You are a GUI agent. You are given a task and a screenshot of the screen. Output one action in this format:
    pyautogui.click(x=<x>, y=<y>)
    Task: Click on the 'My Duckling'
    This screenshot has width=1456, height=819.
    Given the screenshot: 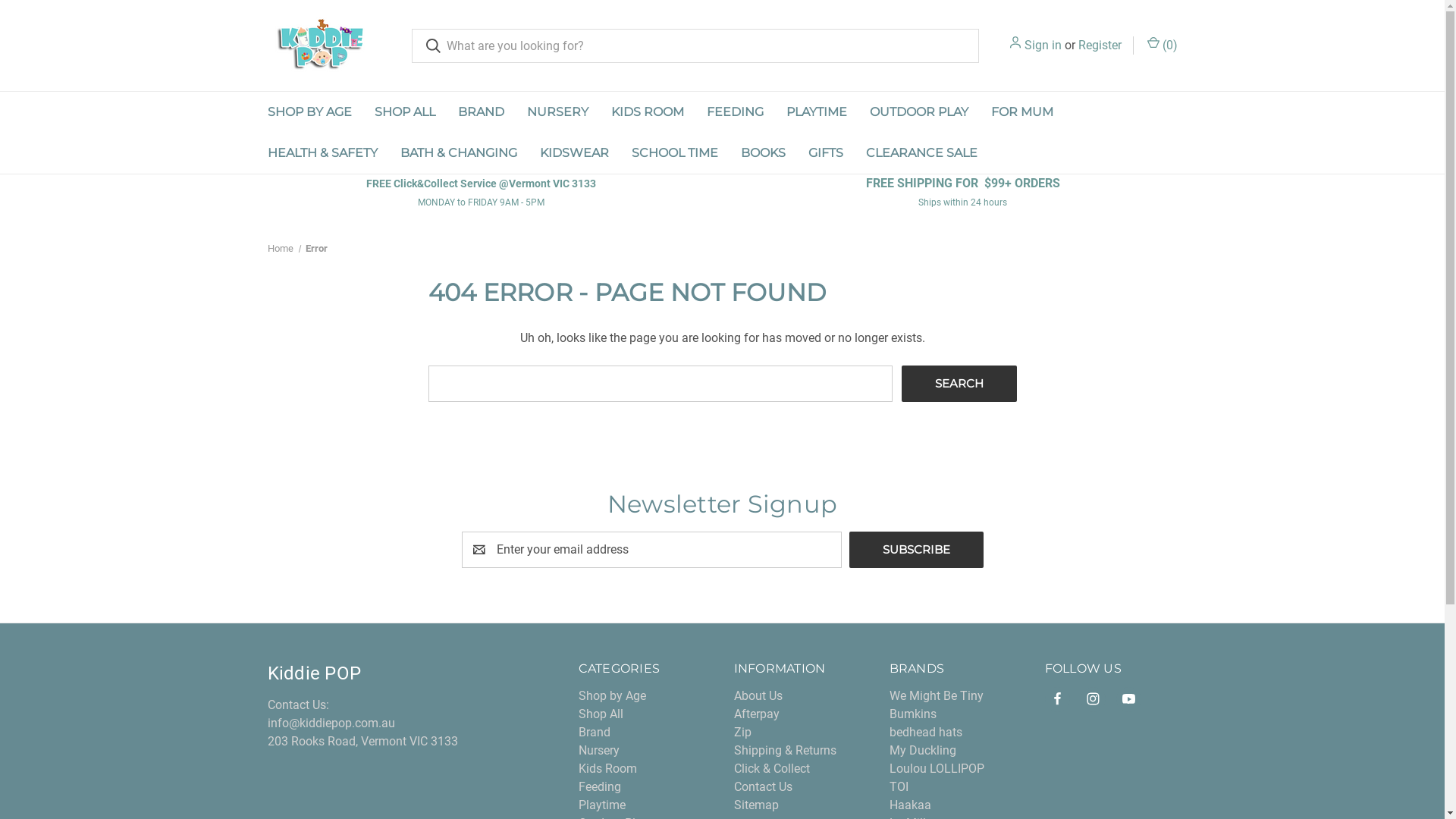 What is the action you would take?
    pyautogui.click(x=922, y=749)
    